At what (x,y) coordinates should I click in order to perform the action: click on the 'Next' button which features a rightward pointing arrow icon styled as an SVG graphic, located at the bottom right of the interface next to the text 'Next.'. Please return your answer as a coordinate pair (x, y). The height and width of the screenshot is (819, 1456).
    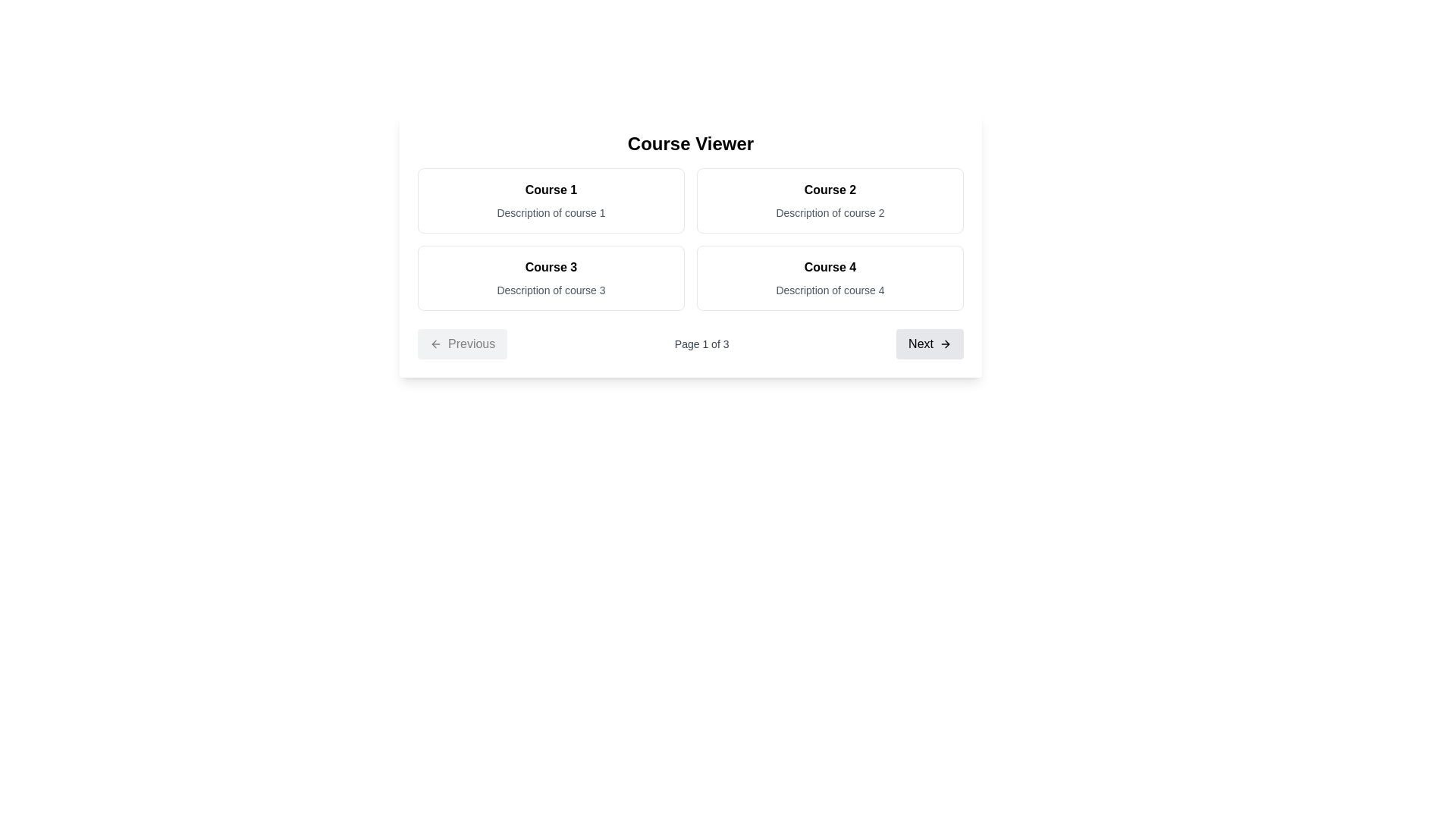
    Looking at the image, I should click on (946, 344).